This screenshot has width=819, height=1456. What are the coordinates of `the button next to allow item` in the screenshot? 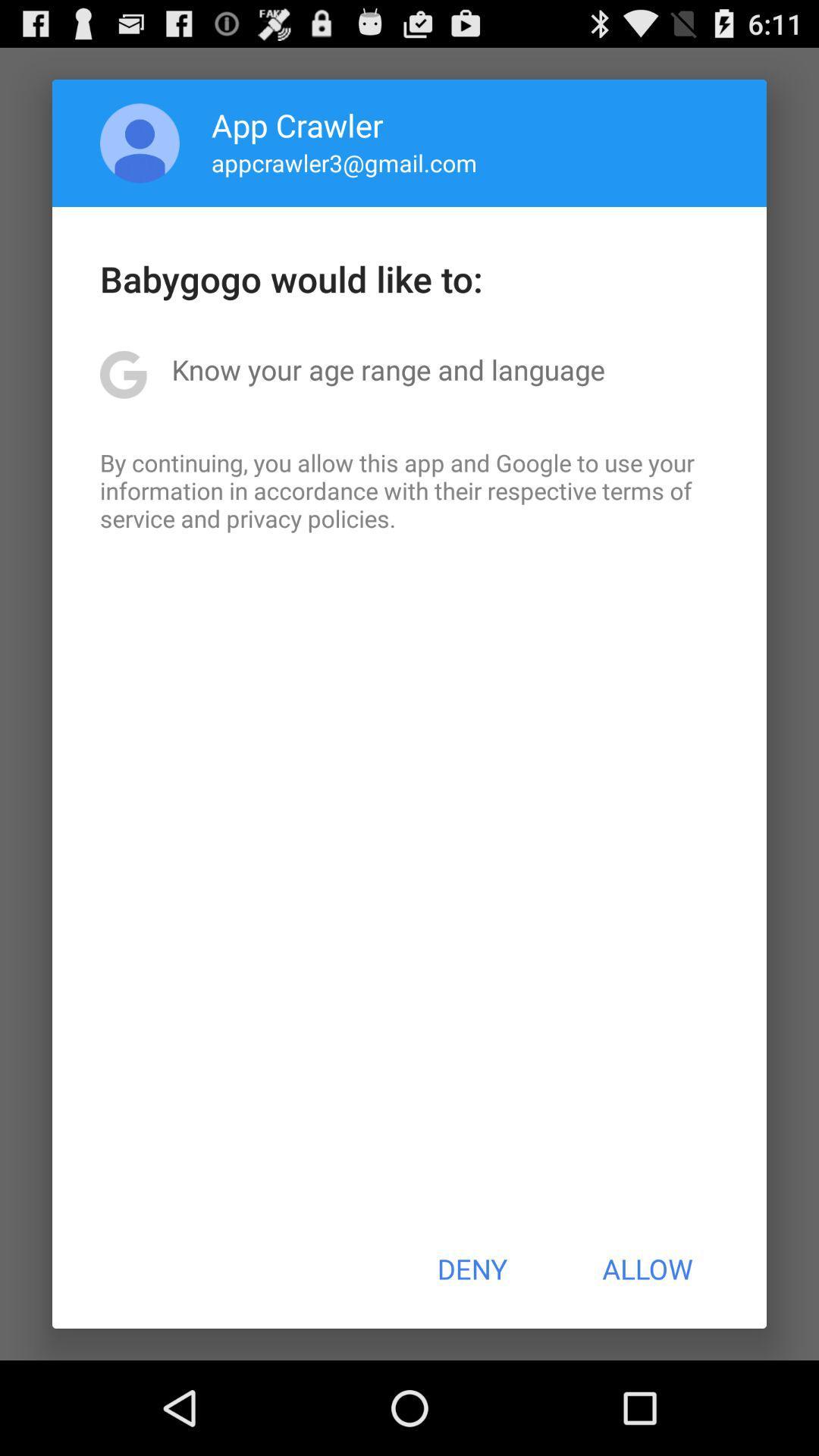 It's located at (471, 1269).